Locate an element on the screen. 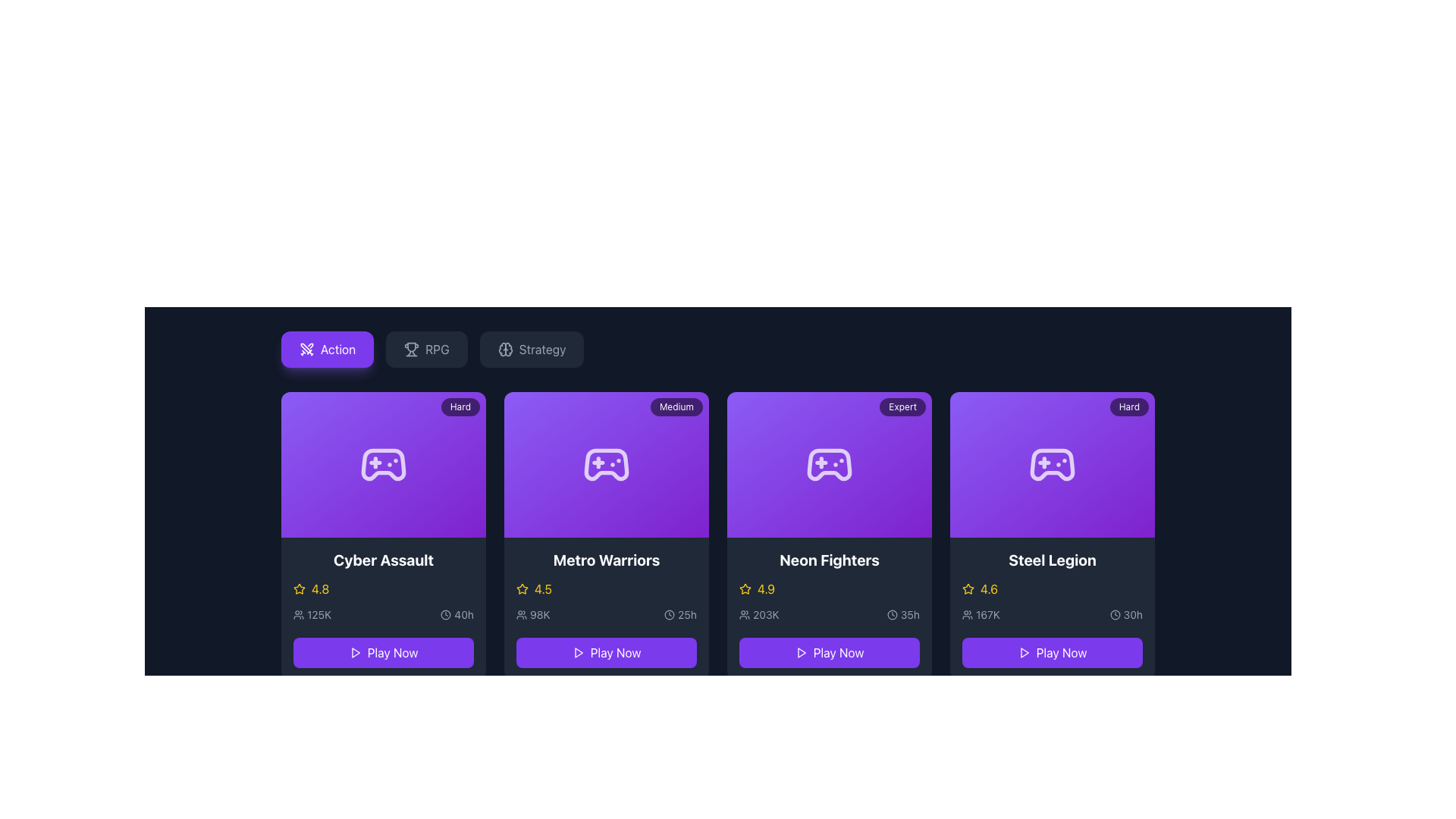 This screenshot has width=1456, height=819. the gamepad icon located at the center of the 'Neon Fighters' card, which is the third card in a row of four, characterized by its controller-like shape and white color on a purple gradient background is located at coordinates (829, 464).